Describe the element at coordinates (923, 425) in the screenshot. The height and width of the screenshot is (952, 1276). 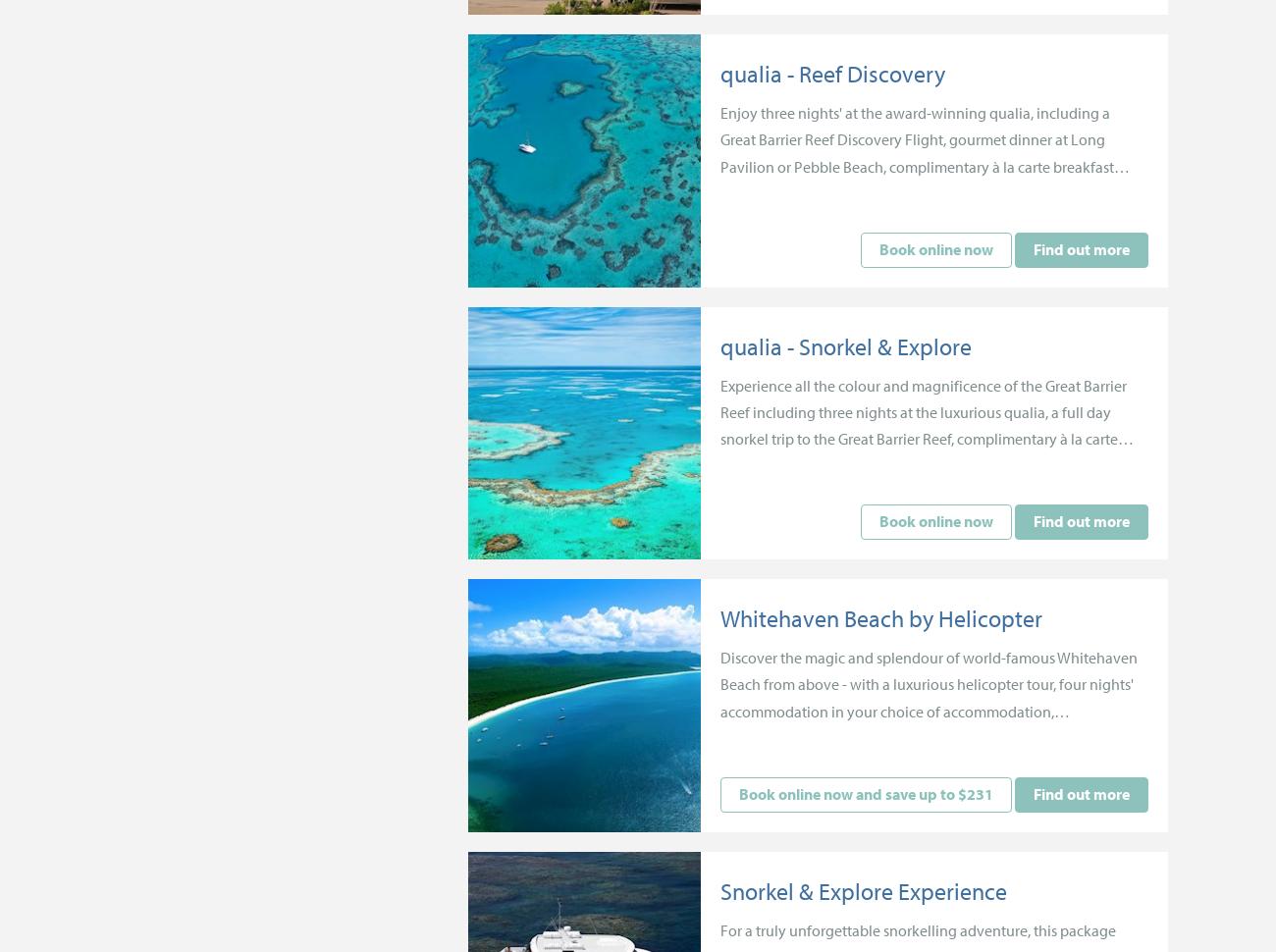
I see `'Experience all the colour and magnificence of the Great Barrier Reef including three nights at the luxurious qualia, a full day snorkel trip to the Great Barrier Reef, complimentary à la carte breakfast daily and more.'` at that location.